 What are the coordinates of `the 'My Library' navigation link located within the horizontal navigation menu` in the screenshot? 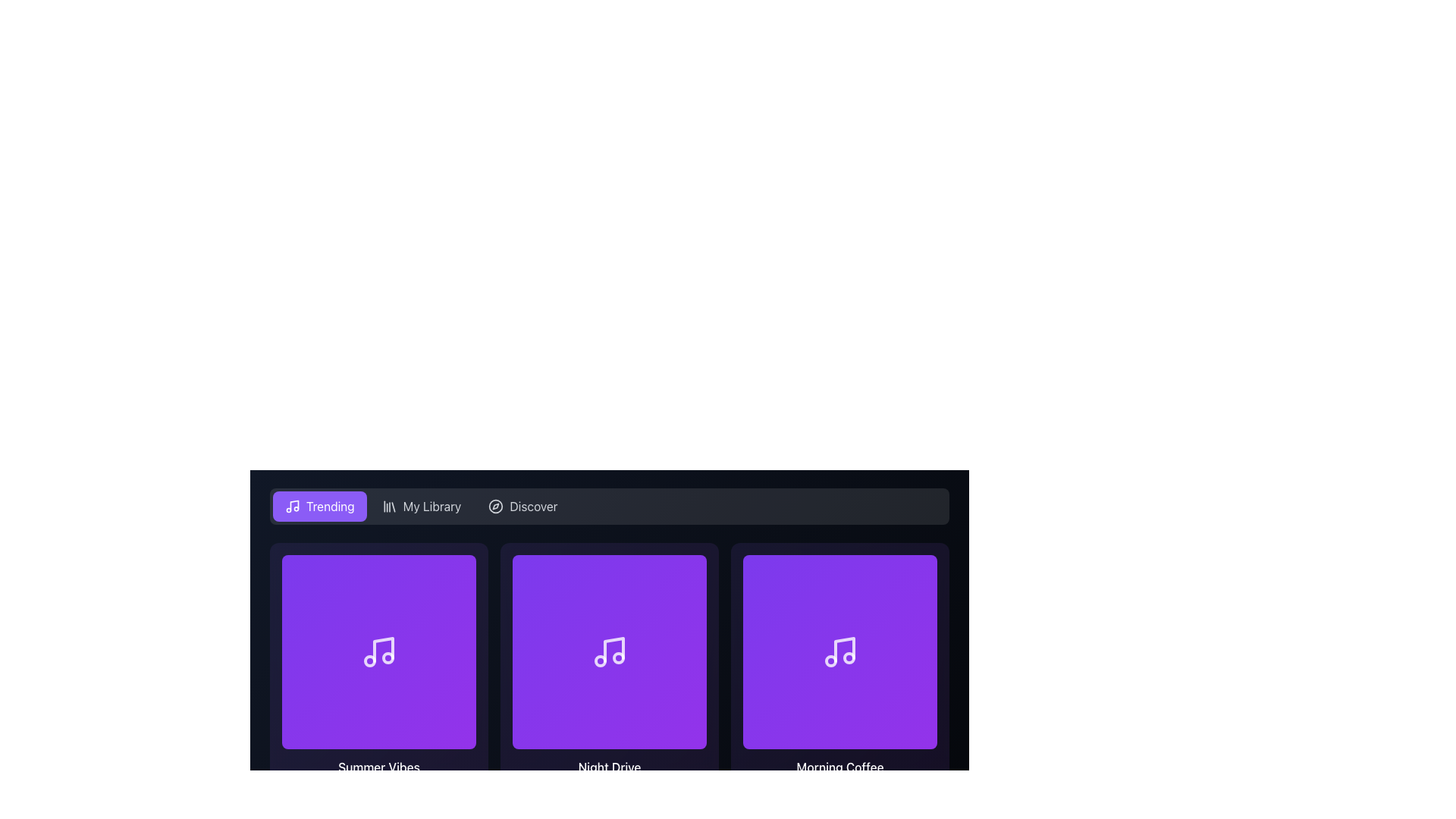 It's located at (431, 506).